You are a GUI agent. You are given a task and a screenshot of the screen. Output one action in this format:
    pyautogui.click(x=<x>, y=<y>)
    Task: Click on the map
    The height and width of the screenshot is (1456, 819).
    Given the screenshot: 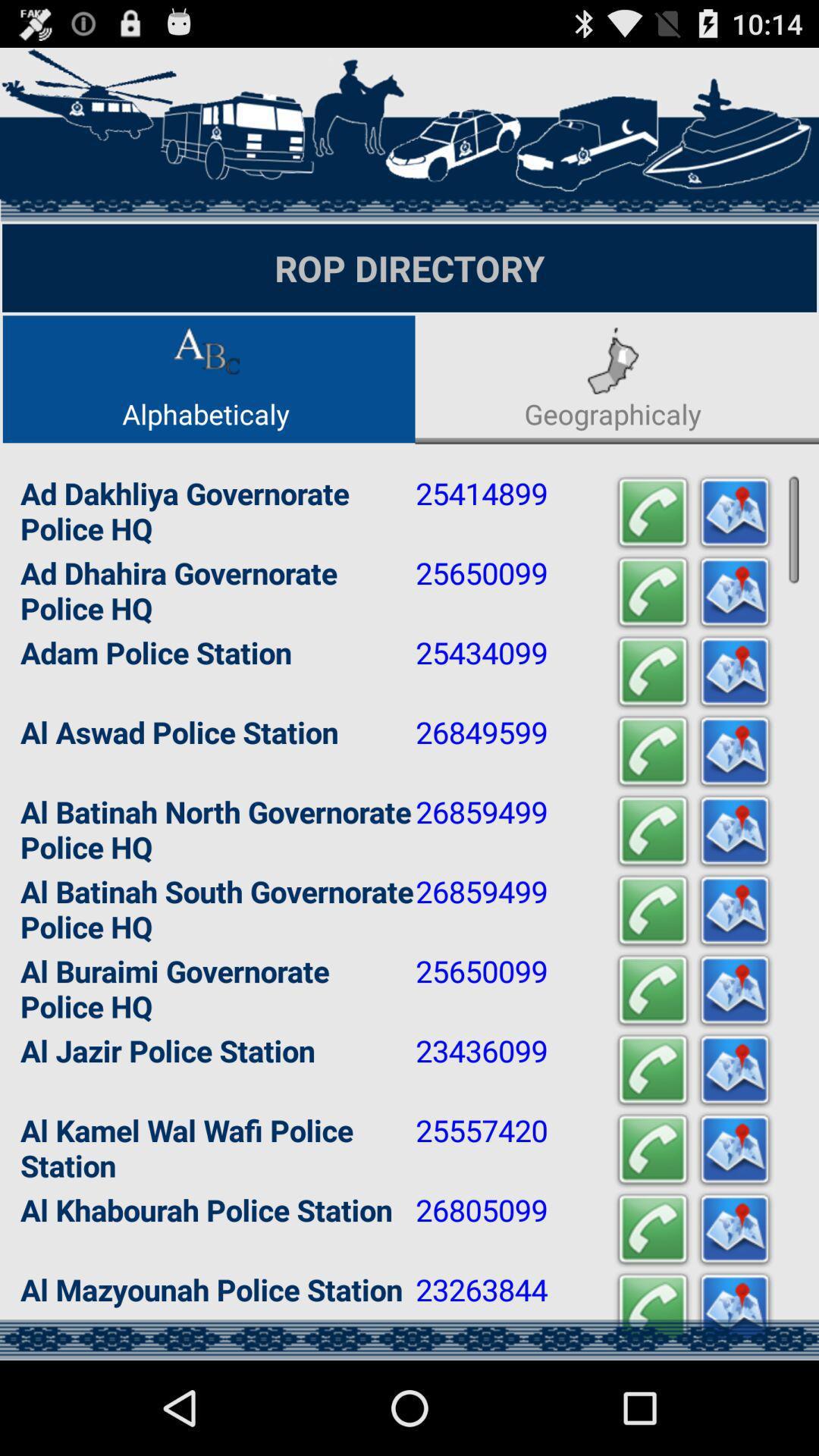 What is the action you would take?
    pyautogui.click(x=733, y=1229)
    